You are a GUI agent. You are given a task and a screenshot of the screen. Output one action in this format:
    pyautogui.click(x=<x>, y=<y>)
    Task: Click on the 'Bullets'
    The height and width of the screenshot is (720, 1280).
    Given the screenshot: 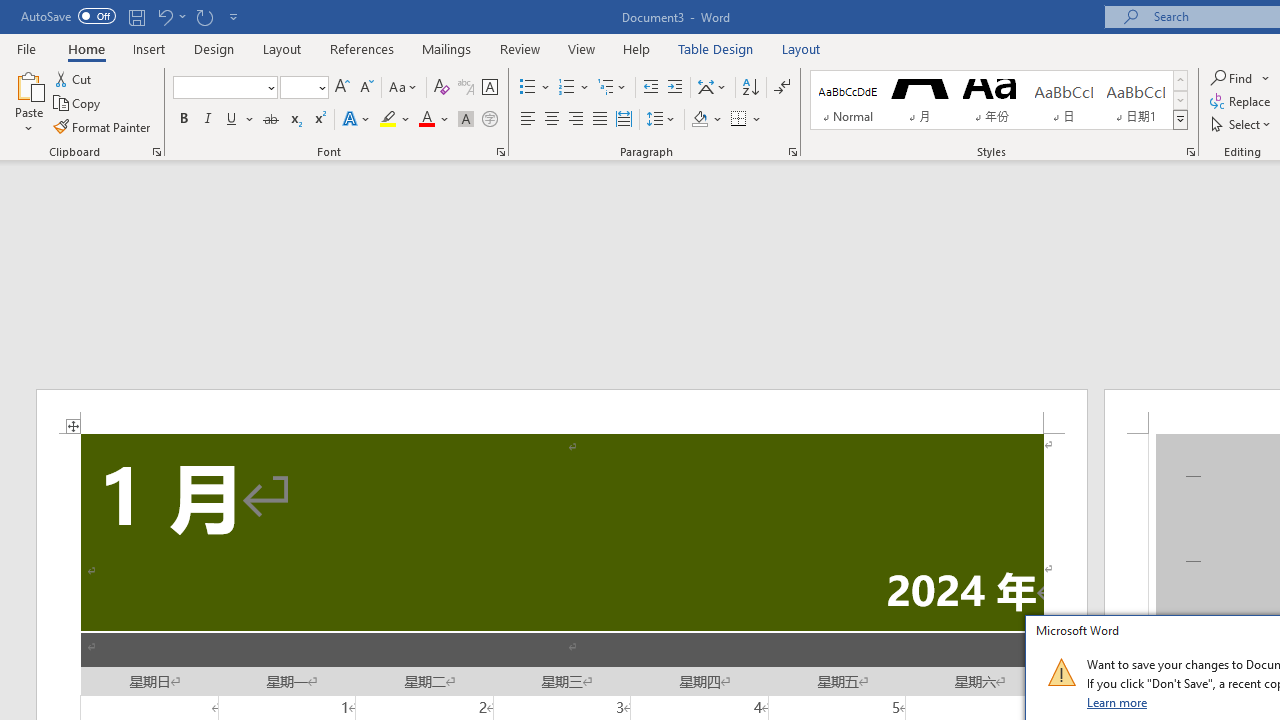 What is the action you would take?
    pyautogui.click(x=528, y=86)
    